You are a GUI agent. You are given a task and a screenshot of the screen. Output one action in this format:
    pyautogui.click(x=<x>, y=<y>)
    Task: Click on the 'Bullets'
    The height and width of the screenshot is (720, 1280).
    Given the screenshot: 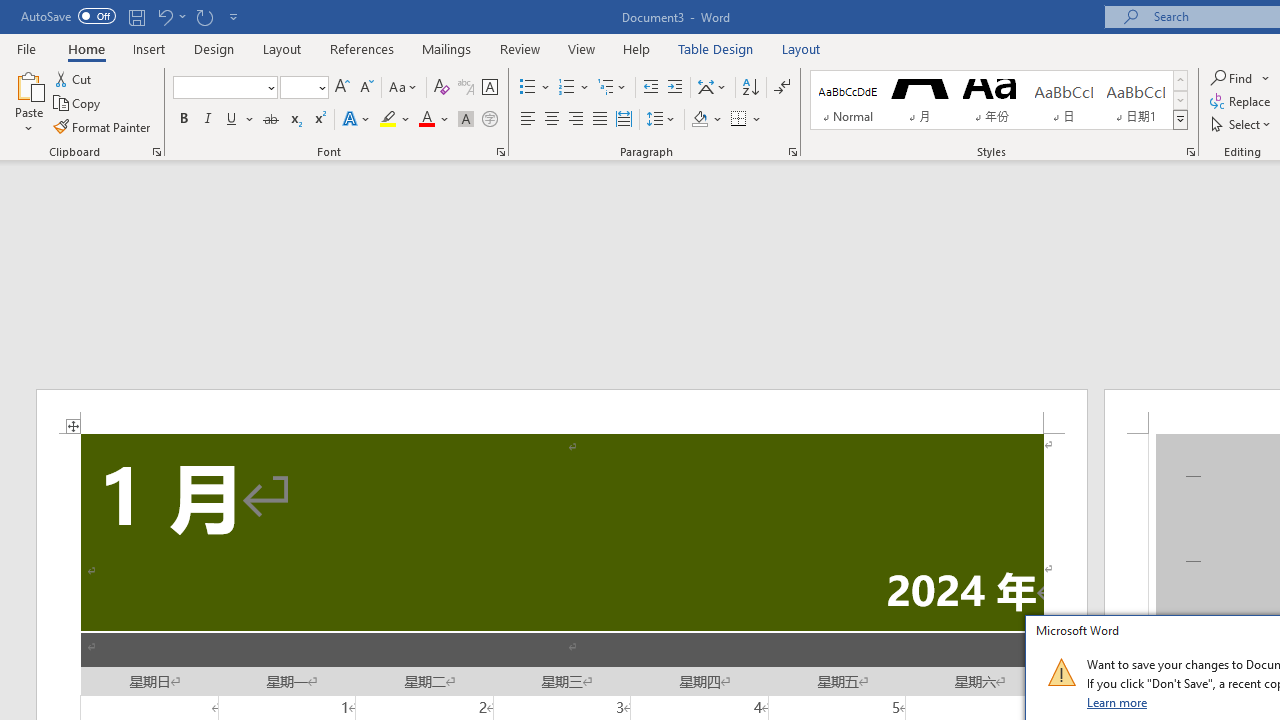 What is the action you would take?
    pyautogui.click(x=528, y=86)
    